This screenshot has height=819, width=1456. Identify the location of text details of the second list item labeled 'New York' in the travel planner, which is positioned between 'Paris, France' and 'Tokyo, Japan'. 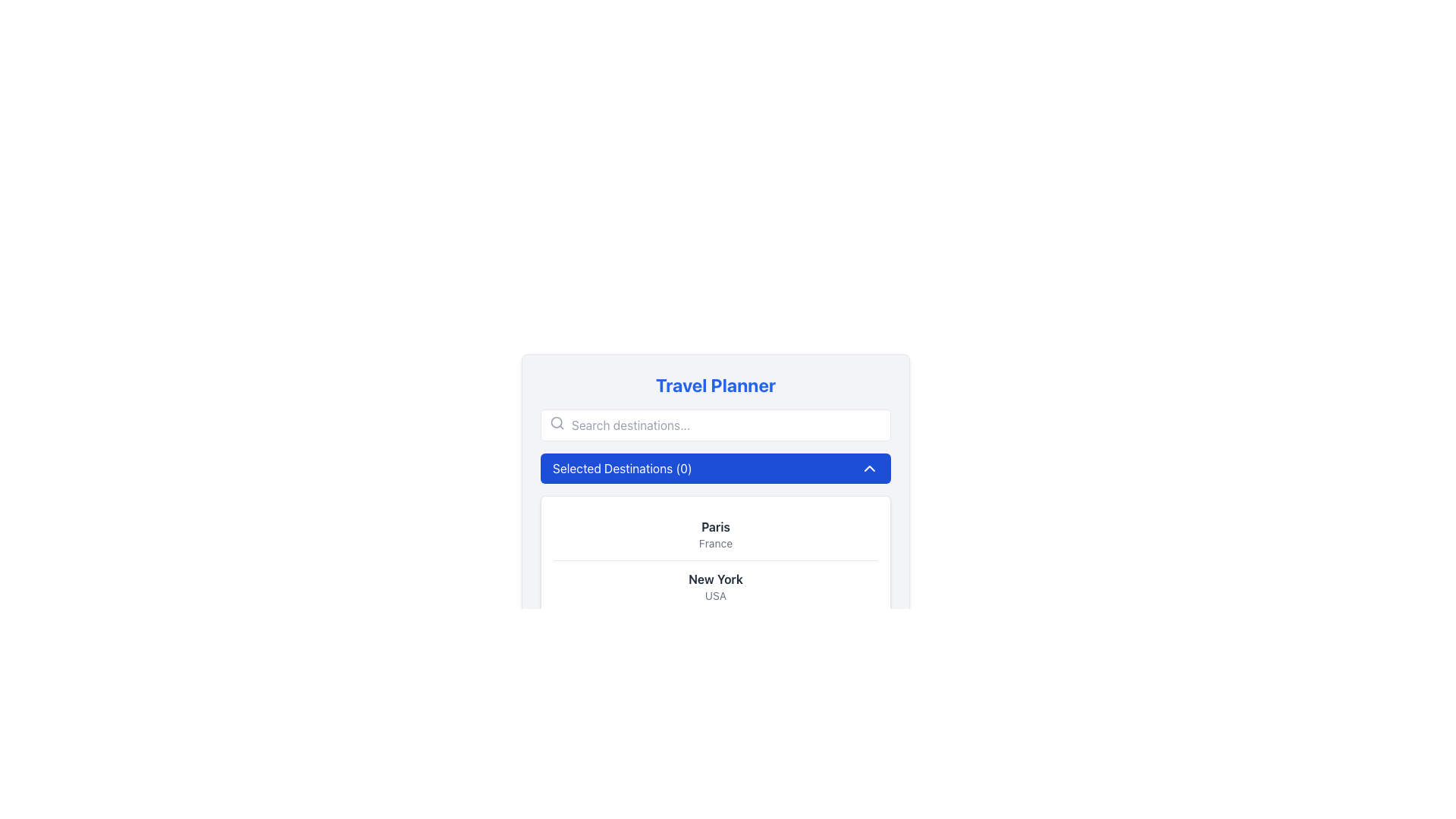
(715, 585).